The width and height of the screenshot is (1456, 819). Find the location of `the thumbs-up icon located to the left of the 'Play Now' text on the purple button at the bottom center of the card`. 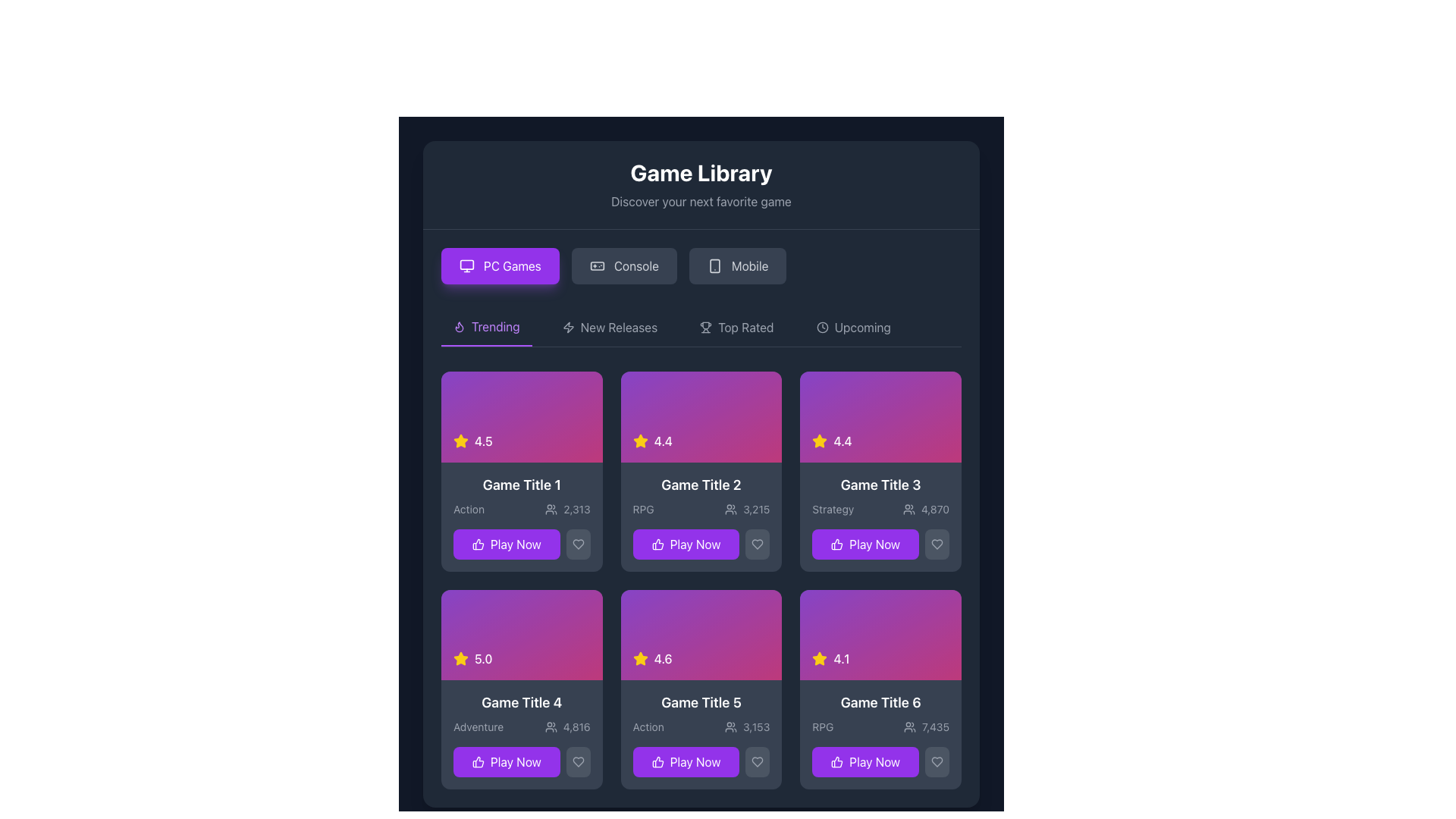

the thumbs-up icon located to the left of the 'Play Now' text on the purple button at the bottom center of the card is located at coordinates (477, 762).